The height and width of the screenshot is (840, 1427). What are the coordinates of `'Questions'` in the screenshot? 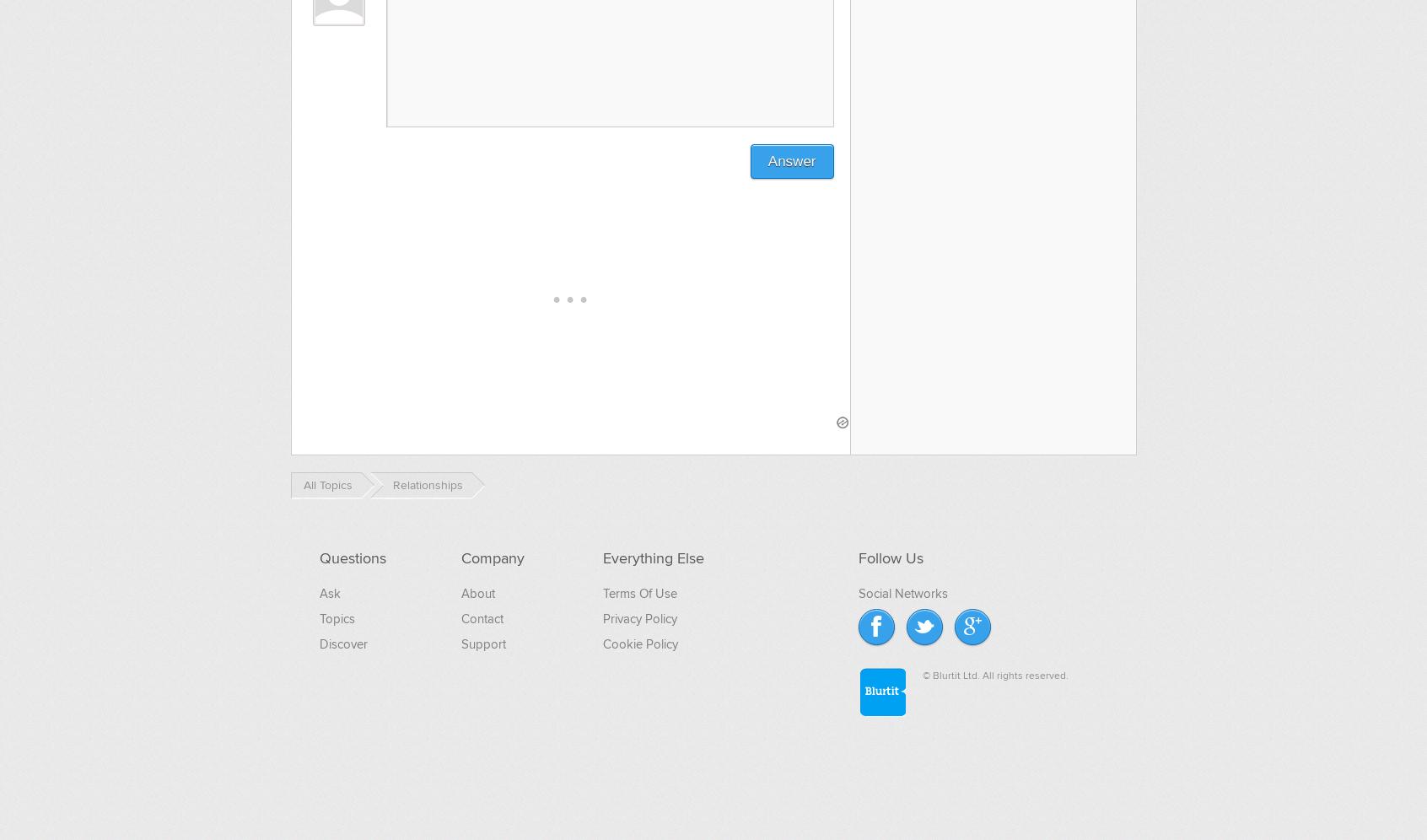 It's located at (318, 557).